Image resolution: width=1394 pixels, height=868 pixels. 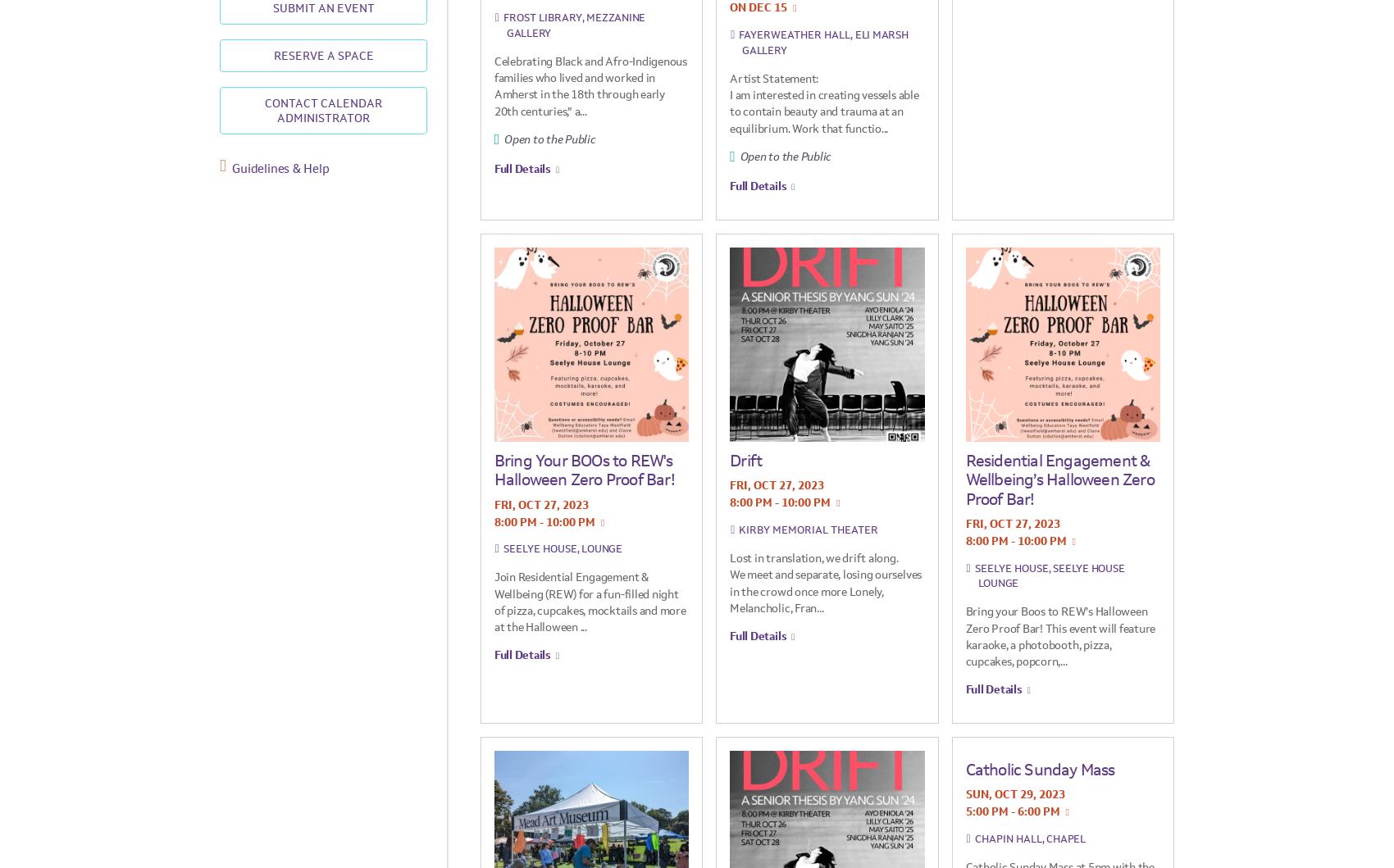 What do you see at coordinates (1050, 575) in the screenshot?
I see `', Seelye House Lounge'` at bounding box center [1050, 575].